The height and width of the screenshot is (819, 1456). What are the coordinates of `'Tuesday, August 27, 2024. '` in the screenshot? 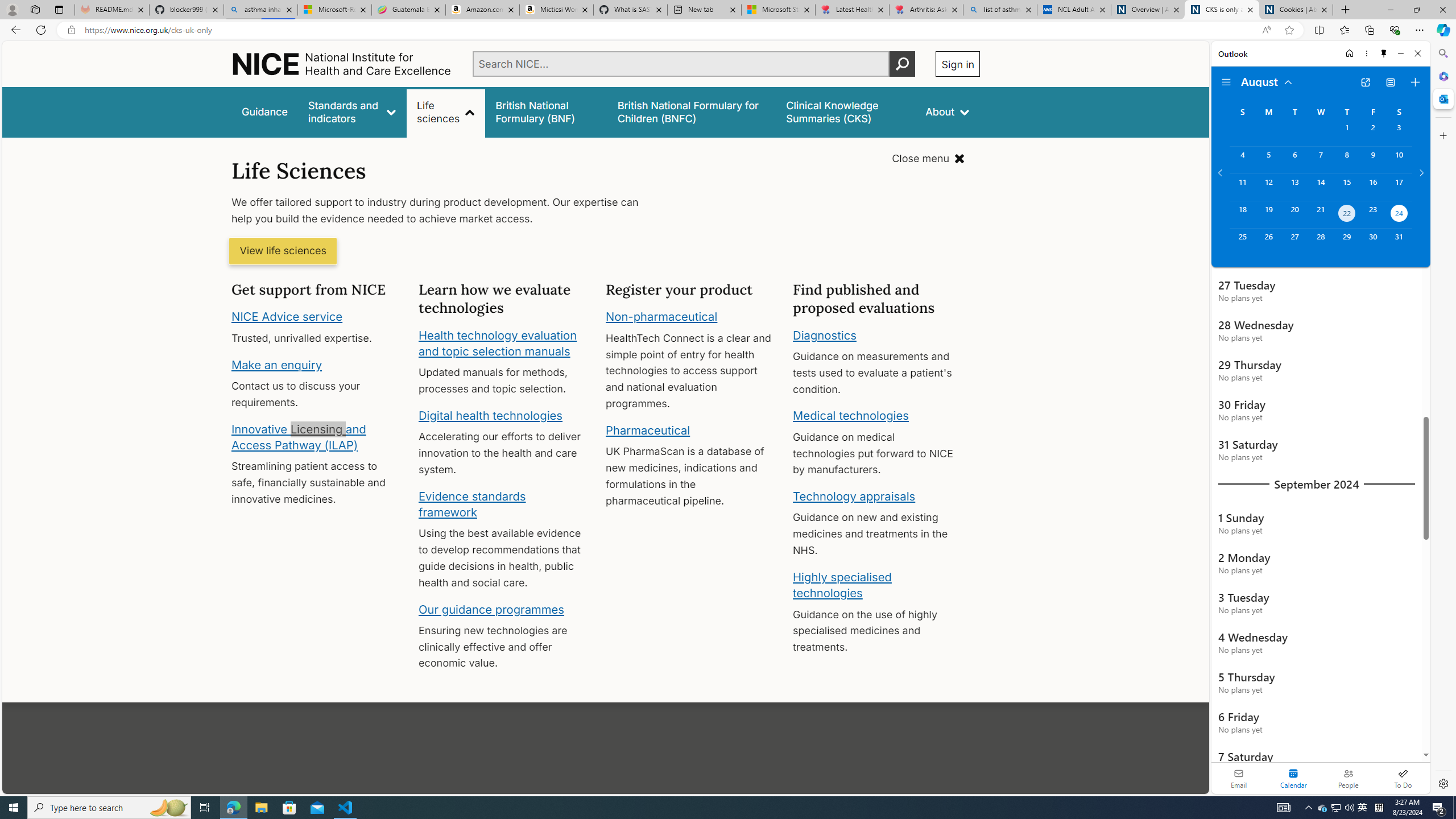 It's located at (1293, 242).